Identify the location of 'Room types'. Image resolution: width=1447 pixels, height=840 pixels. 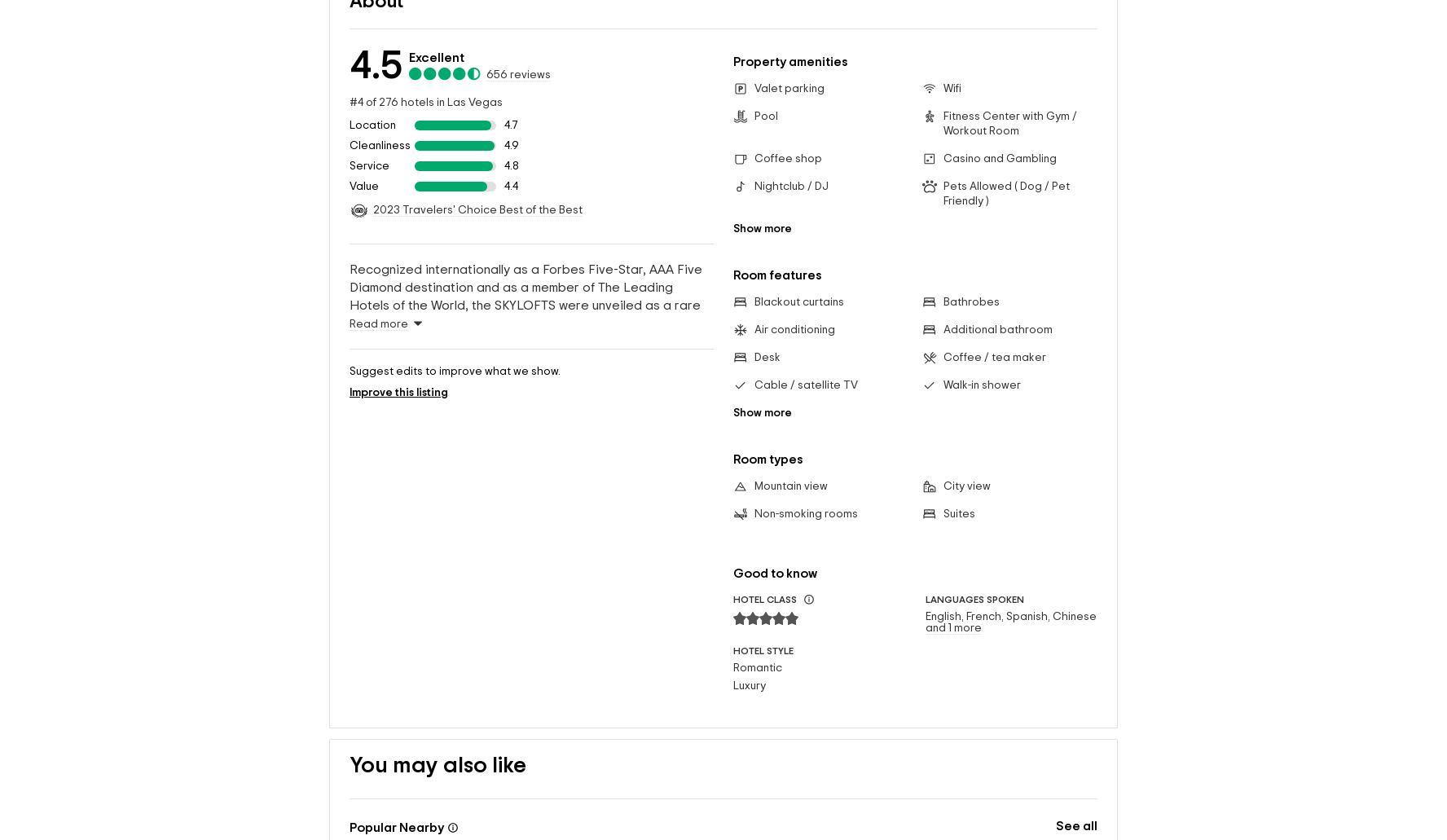
(767, 432).